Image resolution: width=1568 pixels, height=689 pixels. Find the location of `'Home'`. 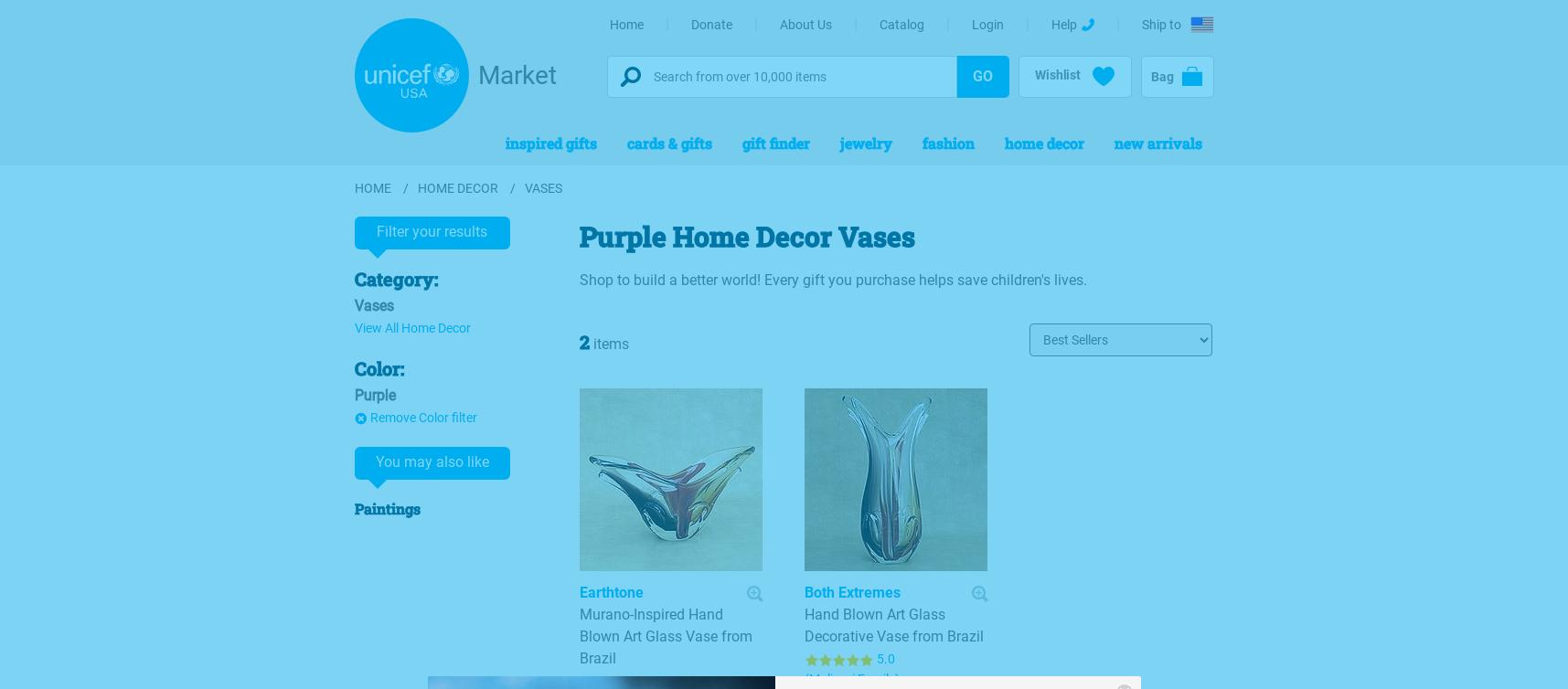

'Home' is located at coordinates (625, 24).